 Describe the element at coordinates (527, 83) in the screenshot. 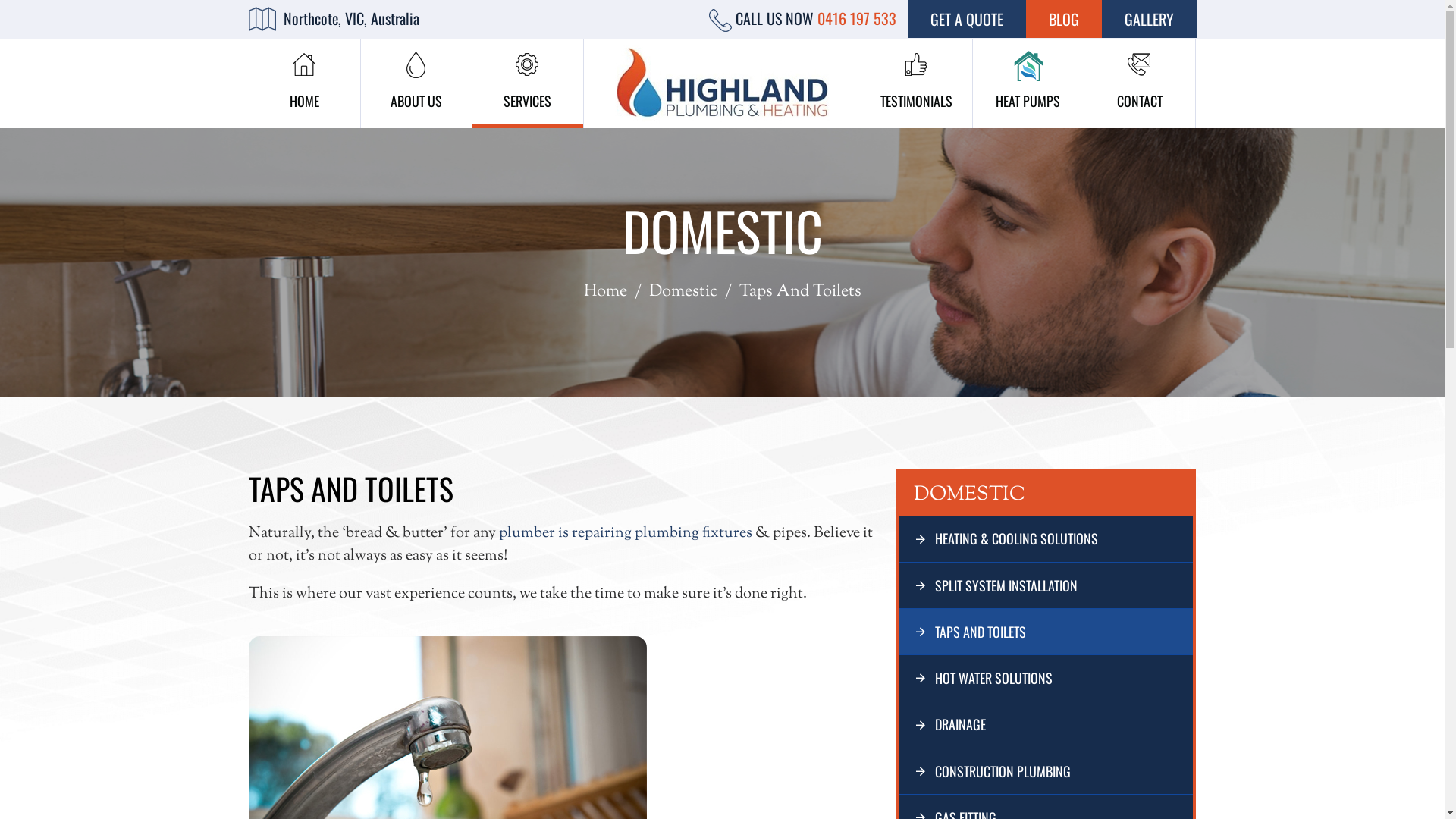

I see `'SERVICES'` at that location.